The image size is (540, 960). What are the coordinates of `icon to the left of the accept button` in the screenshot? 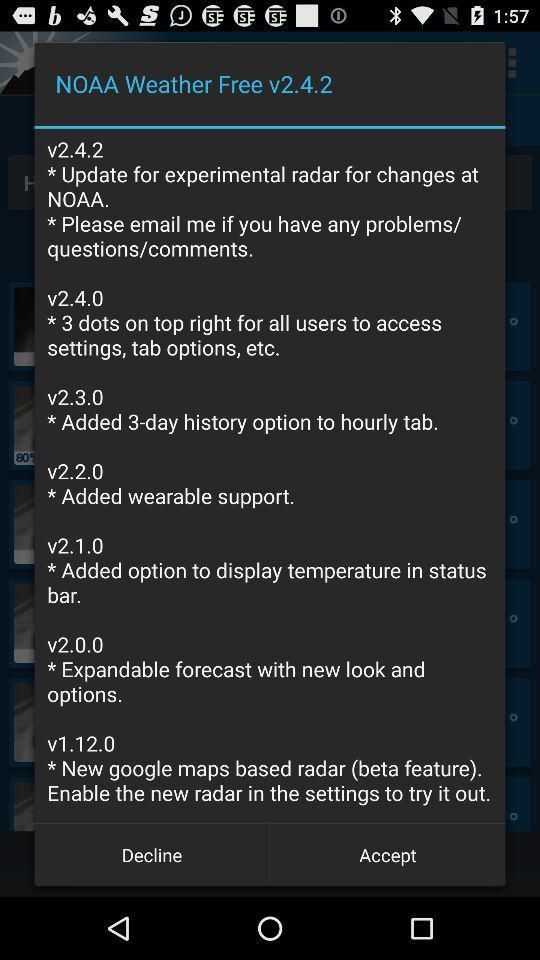 It's located at (151, 853).